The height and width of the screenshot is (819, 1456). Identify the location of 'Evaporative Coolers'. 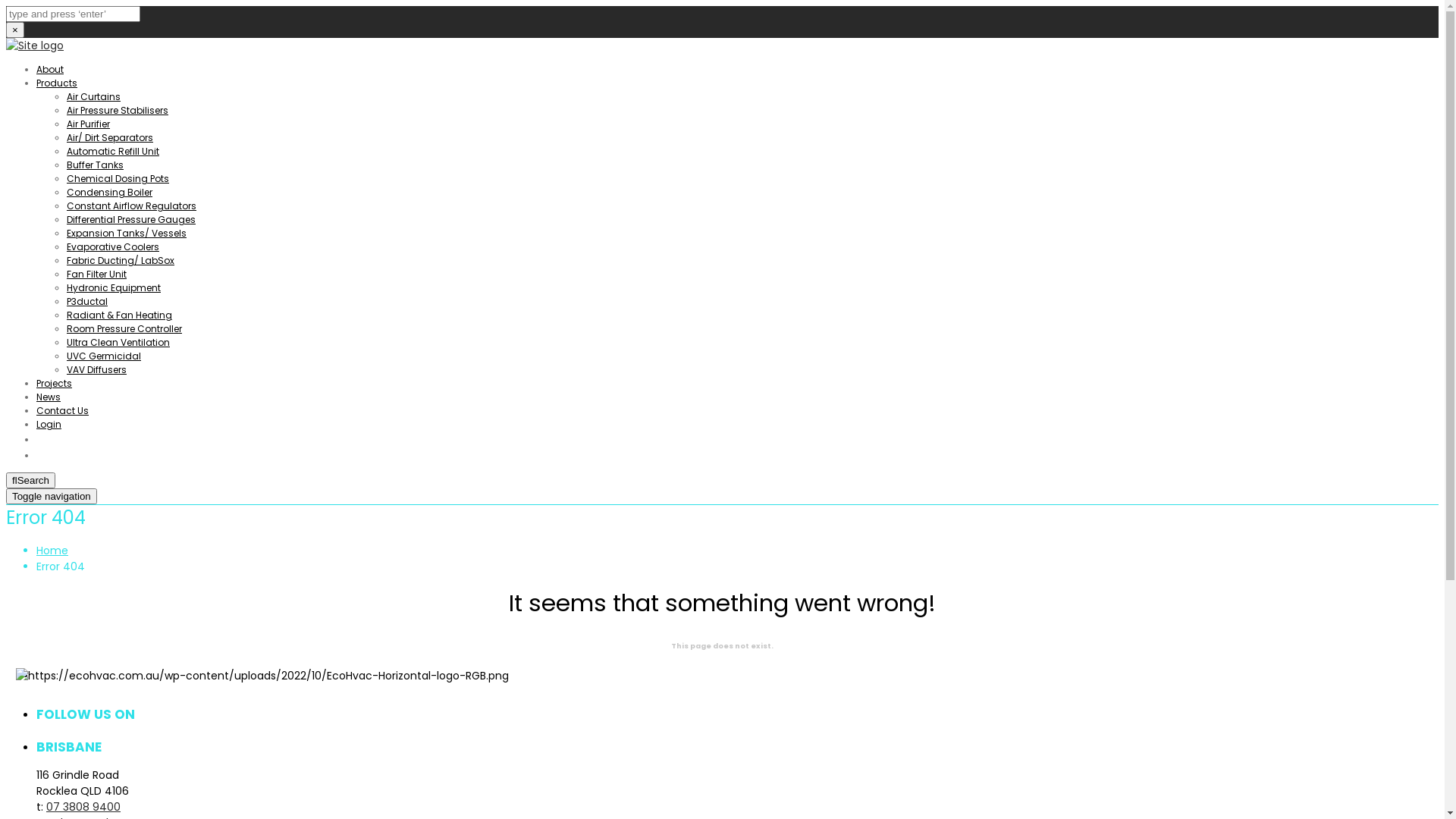
(65, 246).